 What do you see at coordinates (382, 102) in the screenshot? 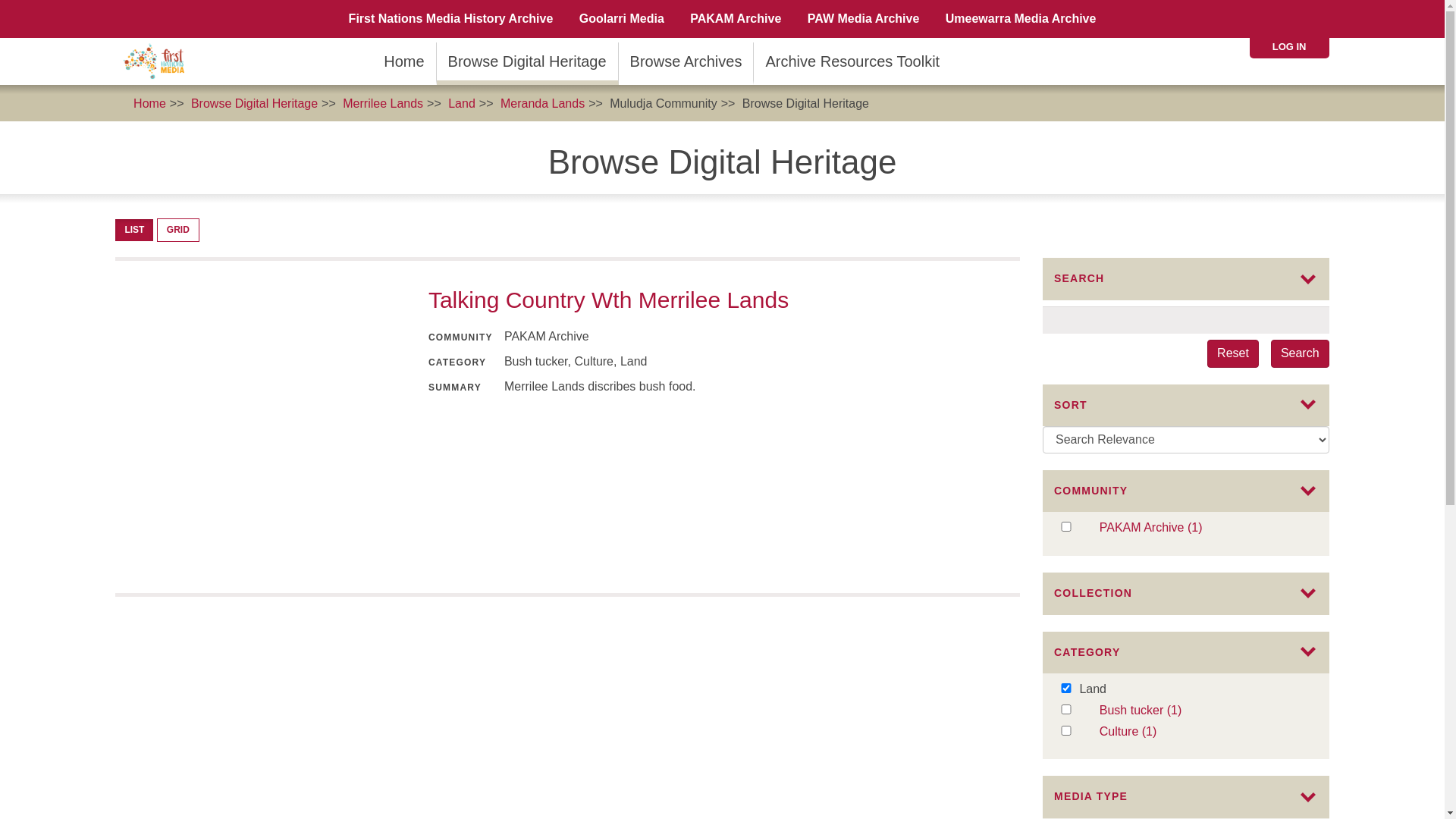
I see `'Merrilee Lands'` at bounding box center [382, 102].